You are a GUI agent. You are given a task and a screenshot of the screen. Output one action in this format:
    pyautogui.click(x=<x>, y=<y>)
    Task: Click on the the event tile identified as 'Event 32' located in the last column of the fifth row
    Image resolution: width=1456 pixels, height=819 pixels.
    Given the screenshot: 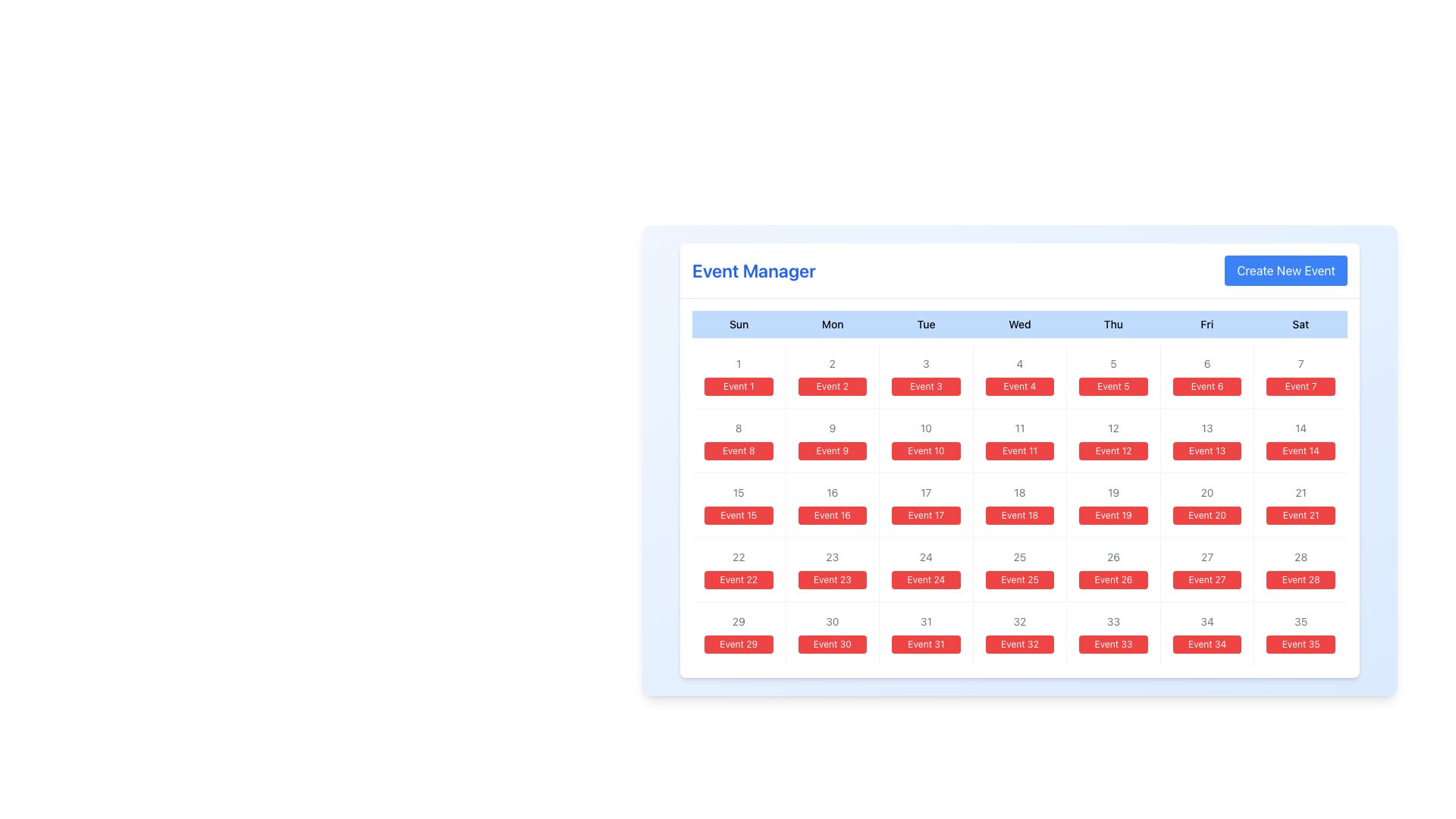 What is the action you would take?
    pyautogui.click(x=1019, y=634)
    